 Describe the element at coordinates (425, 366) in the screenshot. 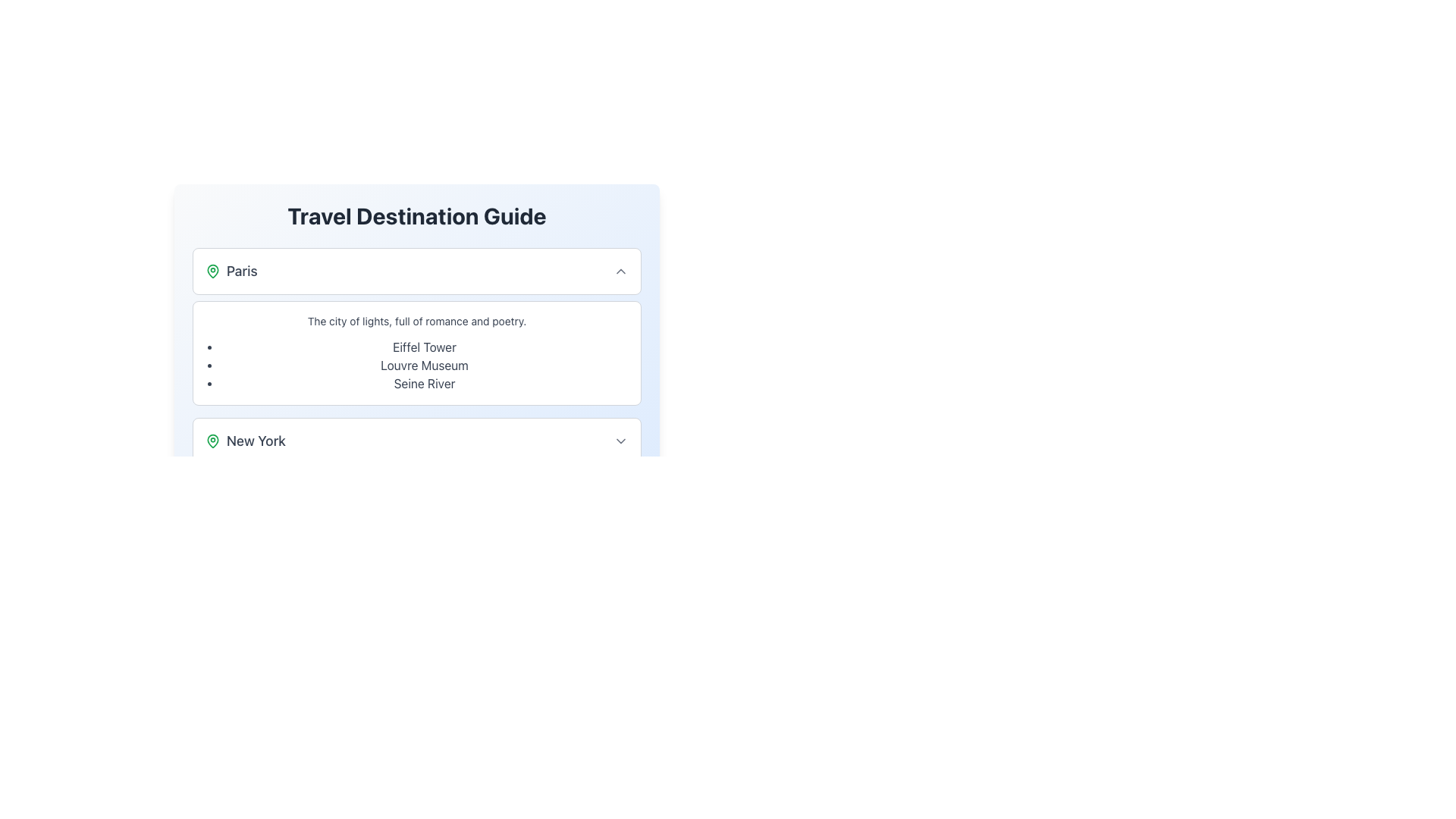

I see `the text element 'Louvre Museum' which is the second item in a bullet list under the 'Paris' heading in a travel destination guide interface` at that location.